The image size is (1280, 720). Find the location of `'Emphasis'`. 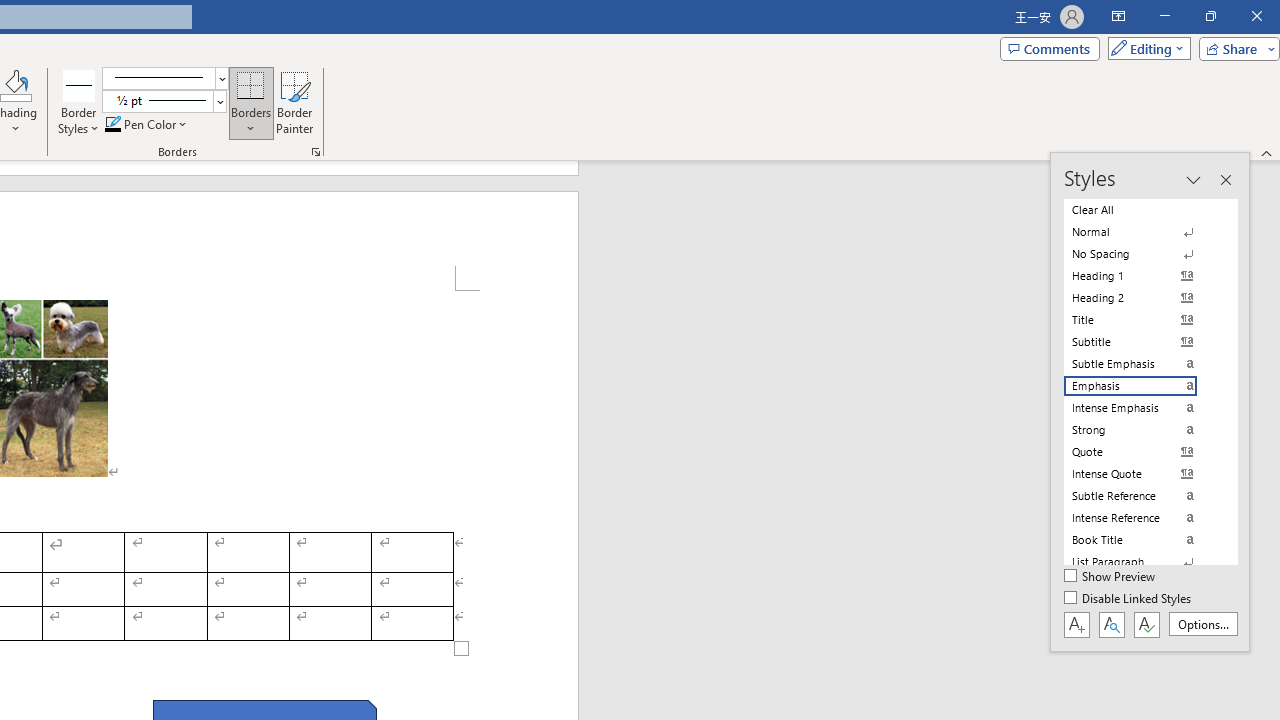

'Emphasis' is located at coordinates (1142, 385).